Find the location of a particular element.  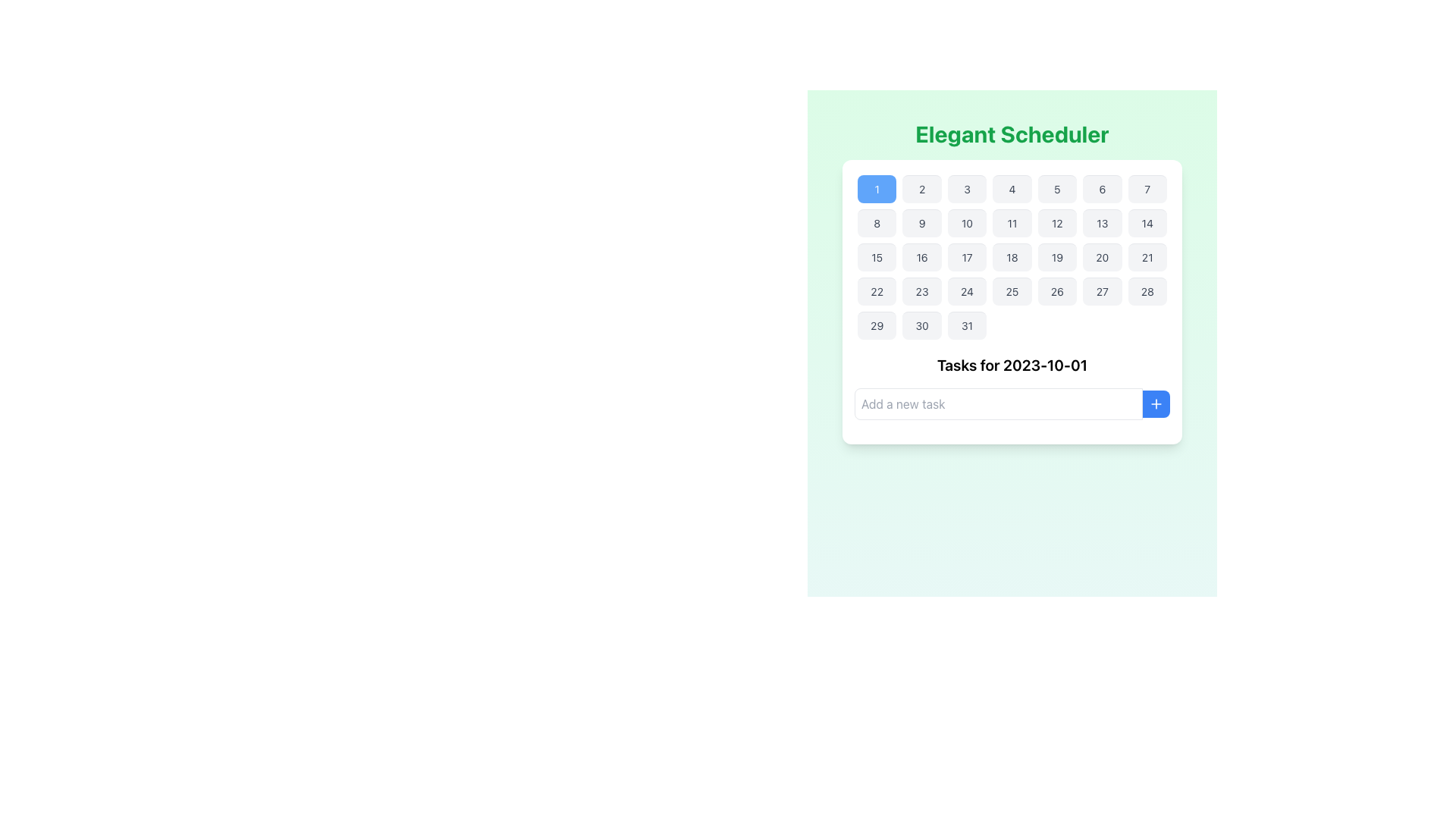

the calendar date button located in the sixth row and seventh column of the grid is located at coordinates (1147, 291).